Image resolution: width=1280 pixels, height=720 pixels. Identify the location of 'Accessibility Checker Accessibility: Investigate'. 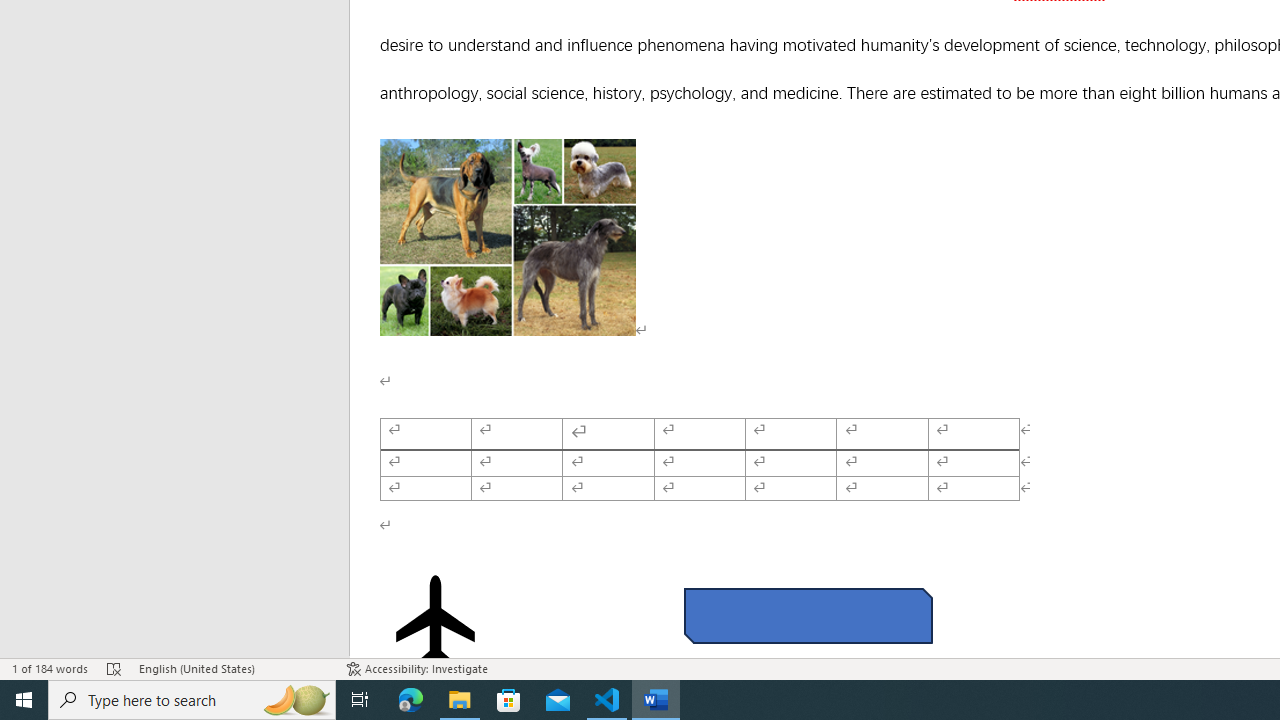
(416, 669).